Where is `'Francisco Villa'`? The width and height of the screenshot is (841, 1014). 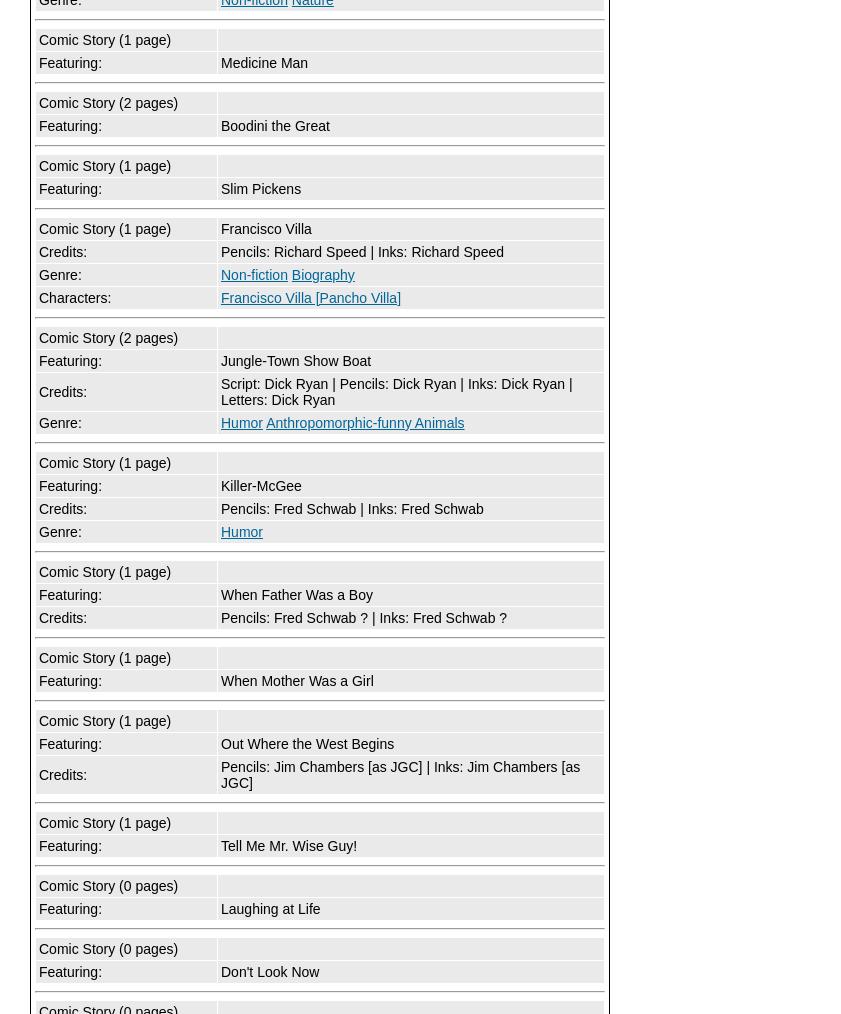 'Francisco Villa' is located at coordinates (220, 227).